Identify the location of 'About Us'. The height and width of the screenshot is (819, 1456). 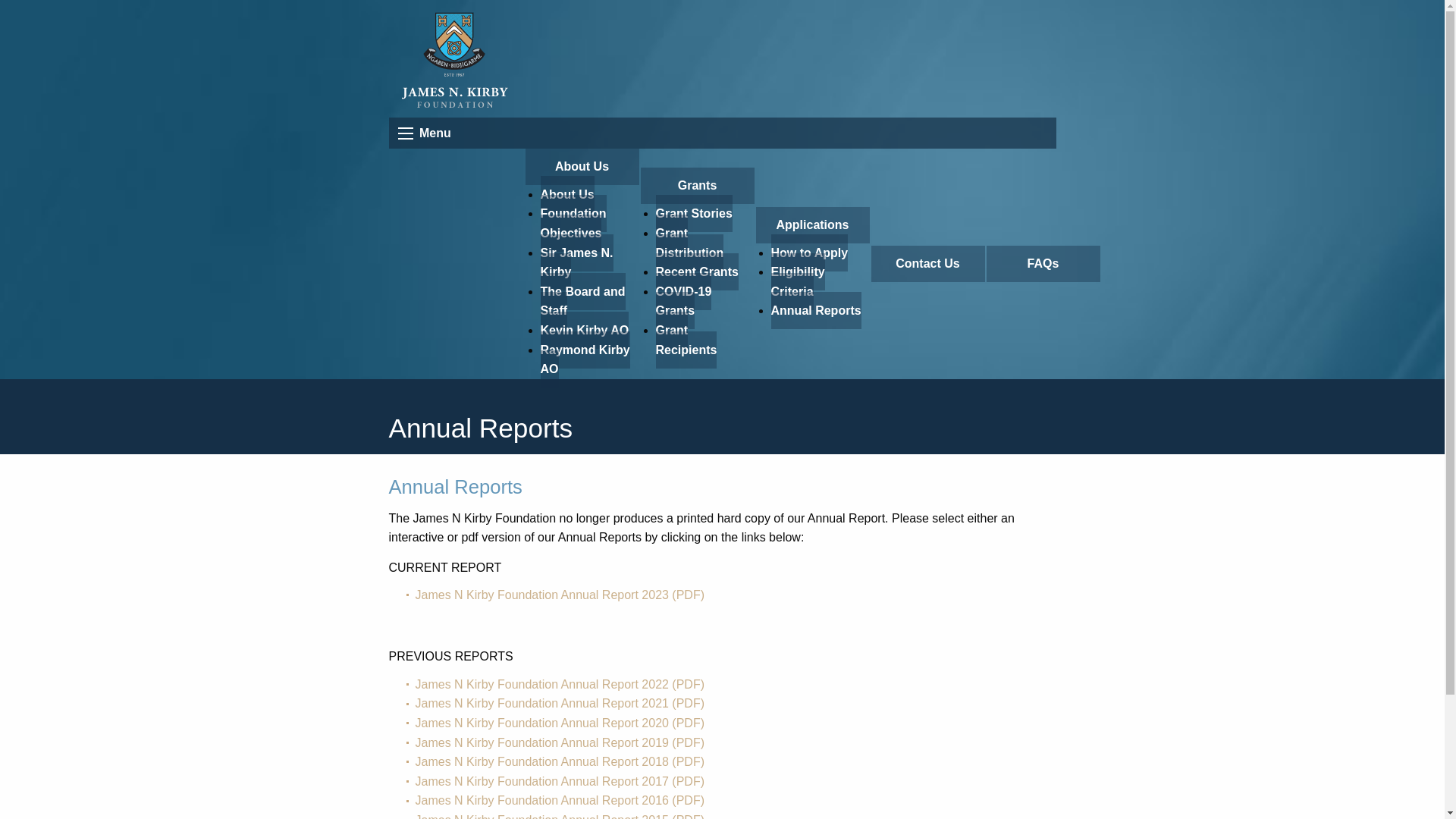
(566, 193).